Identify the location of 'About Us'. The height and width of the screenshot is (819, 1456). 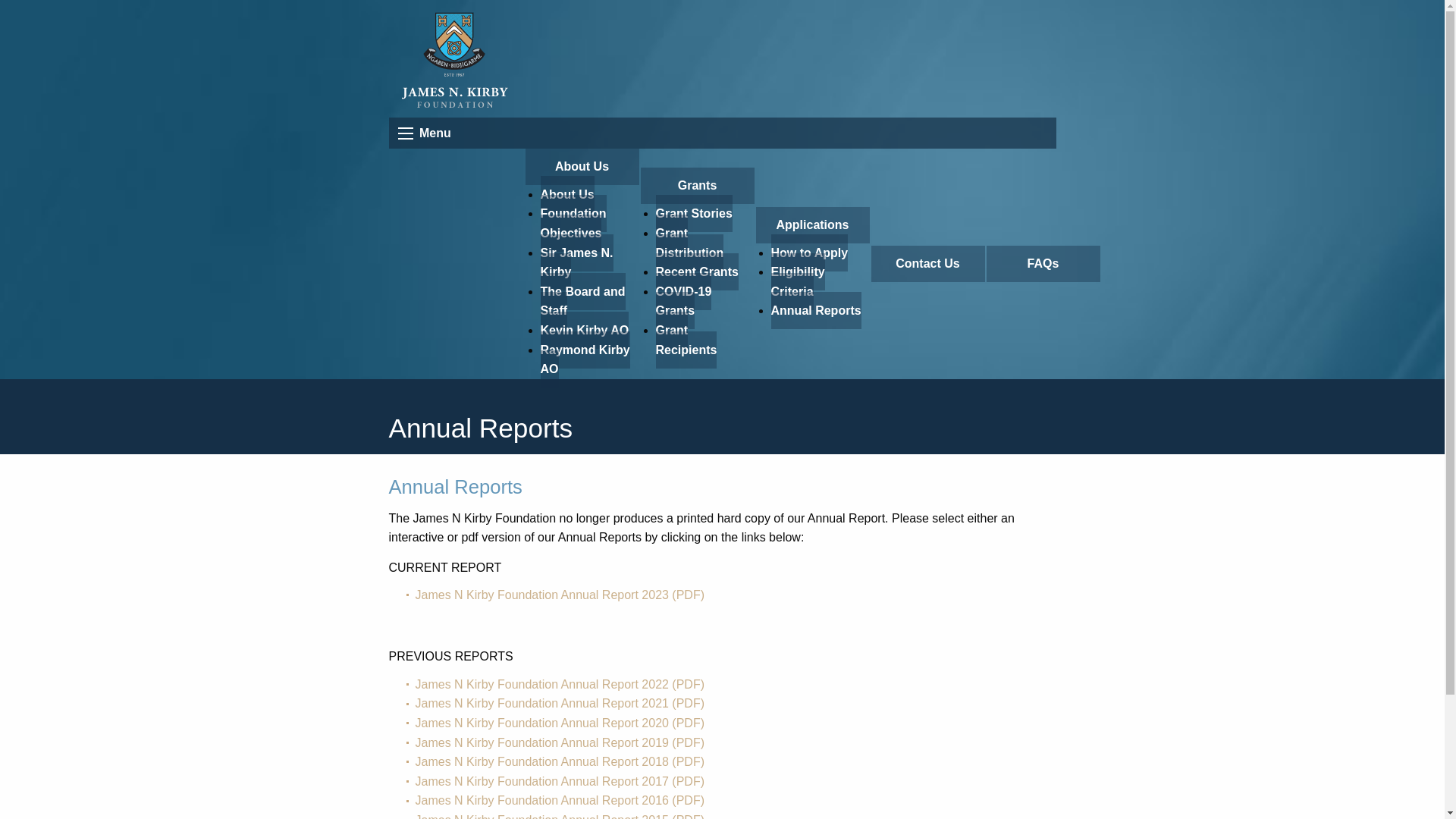
(566, 193).